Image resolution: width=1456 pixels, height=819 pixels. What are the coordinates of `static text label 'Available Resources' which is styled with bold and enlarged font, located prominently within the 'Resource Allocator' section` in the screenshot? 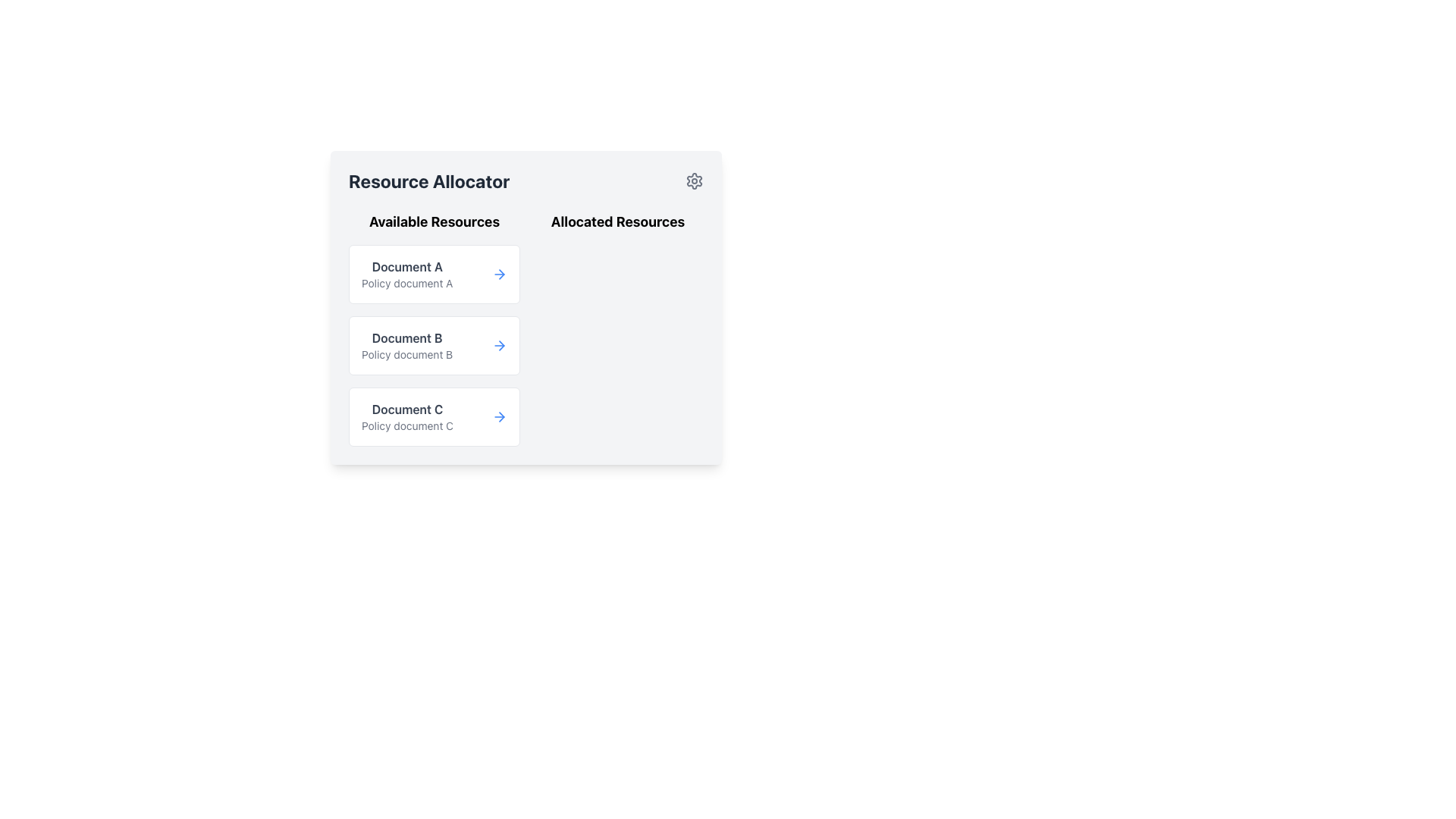 It's located at (433, 222).